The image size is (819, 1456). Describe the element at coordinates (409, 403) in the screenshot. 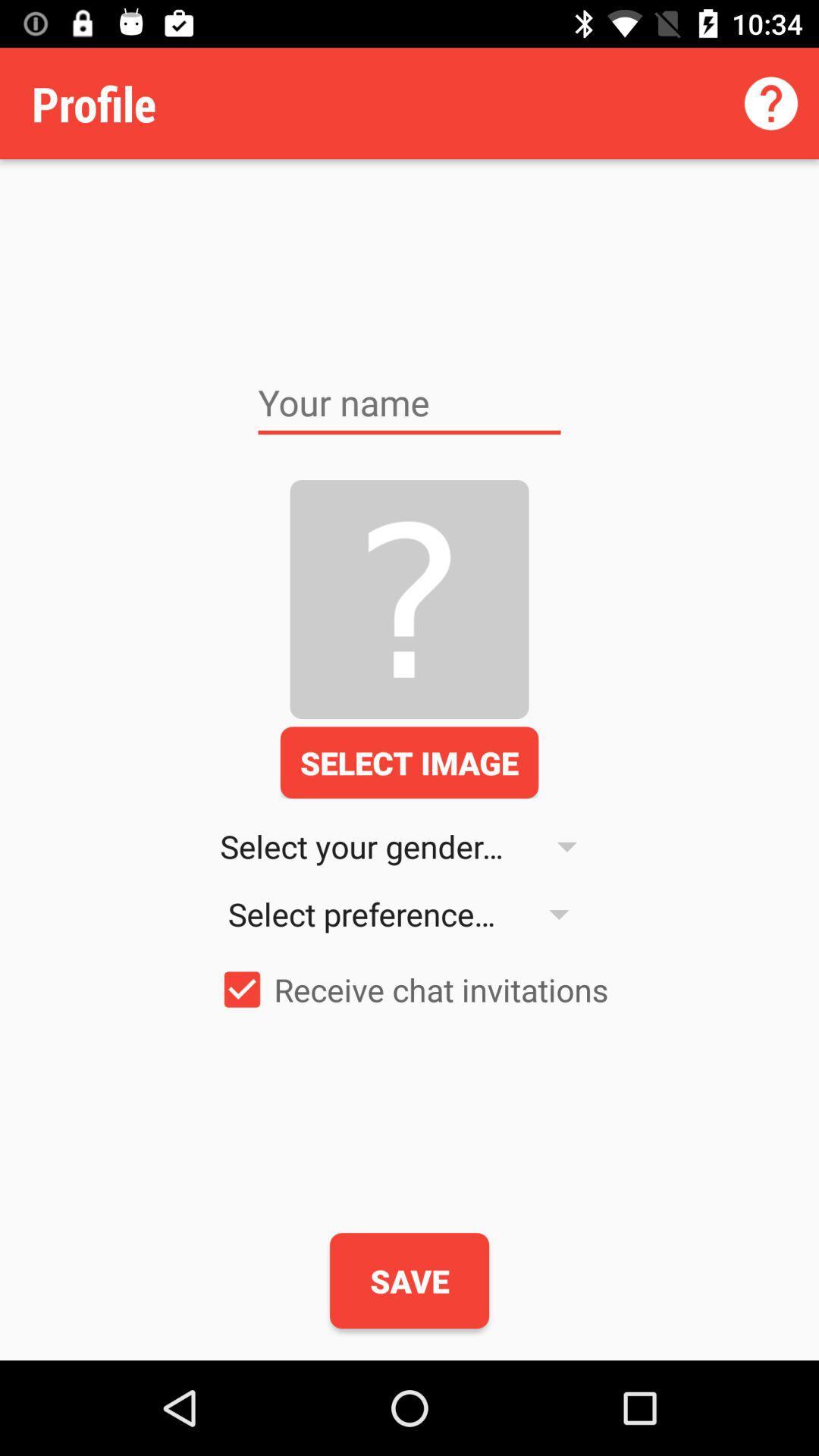

I see `you name` at that location.